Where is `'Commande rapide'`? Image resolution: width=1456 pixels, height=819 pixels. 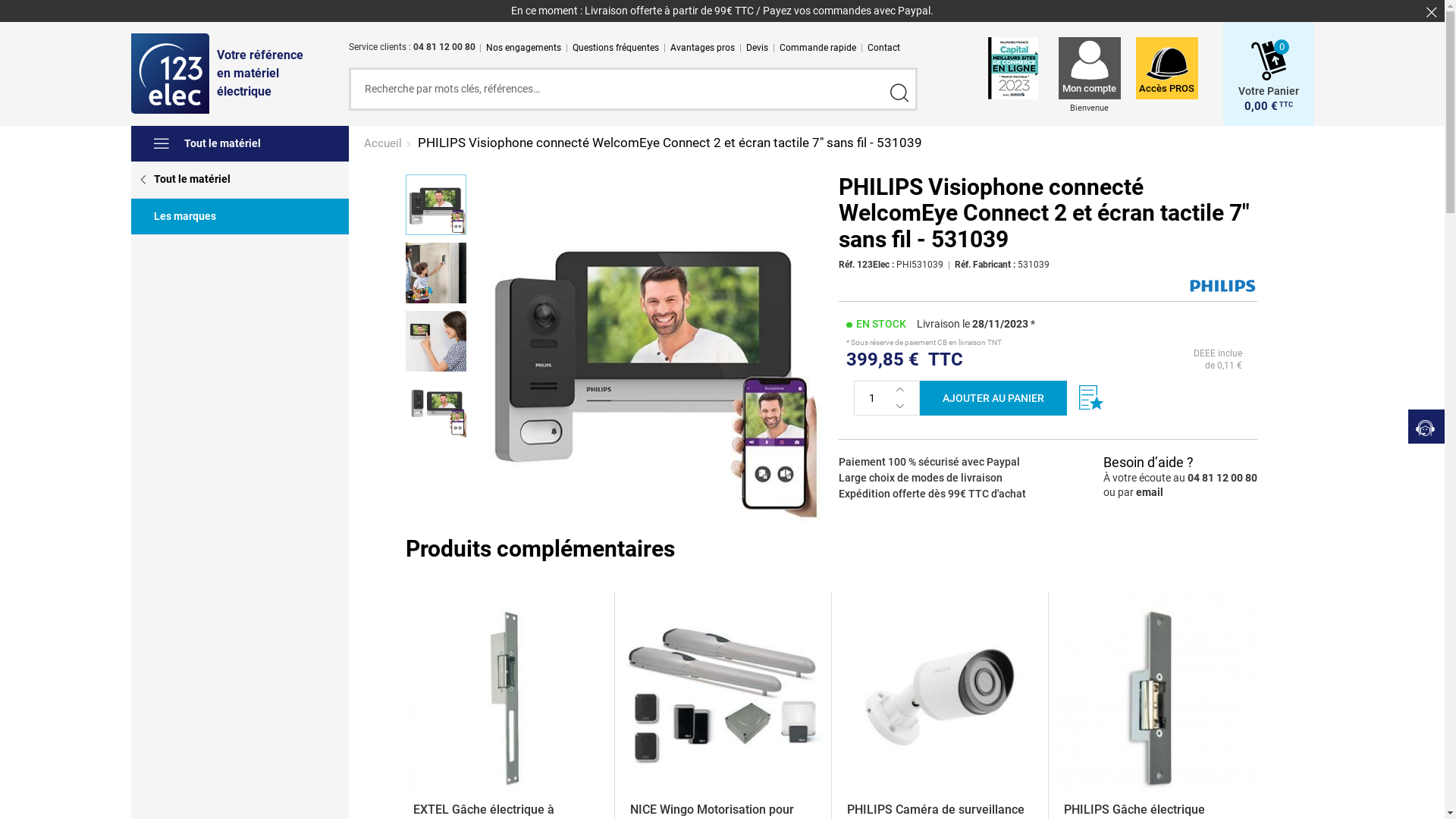
'Commande rapide' is located at coordinates (817, 46).